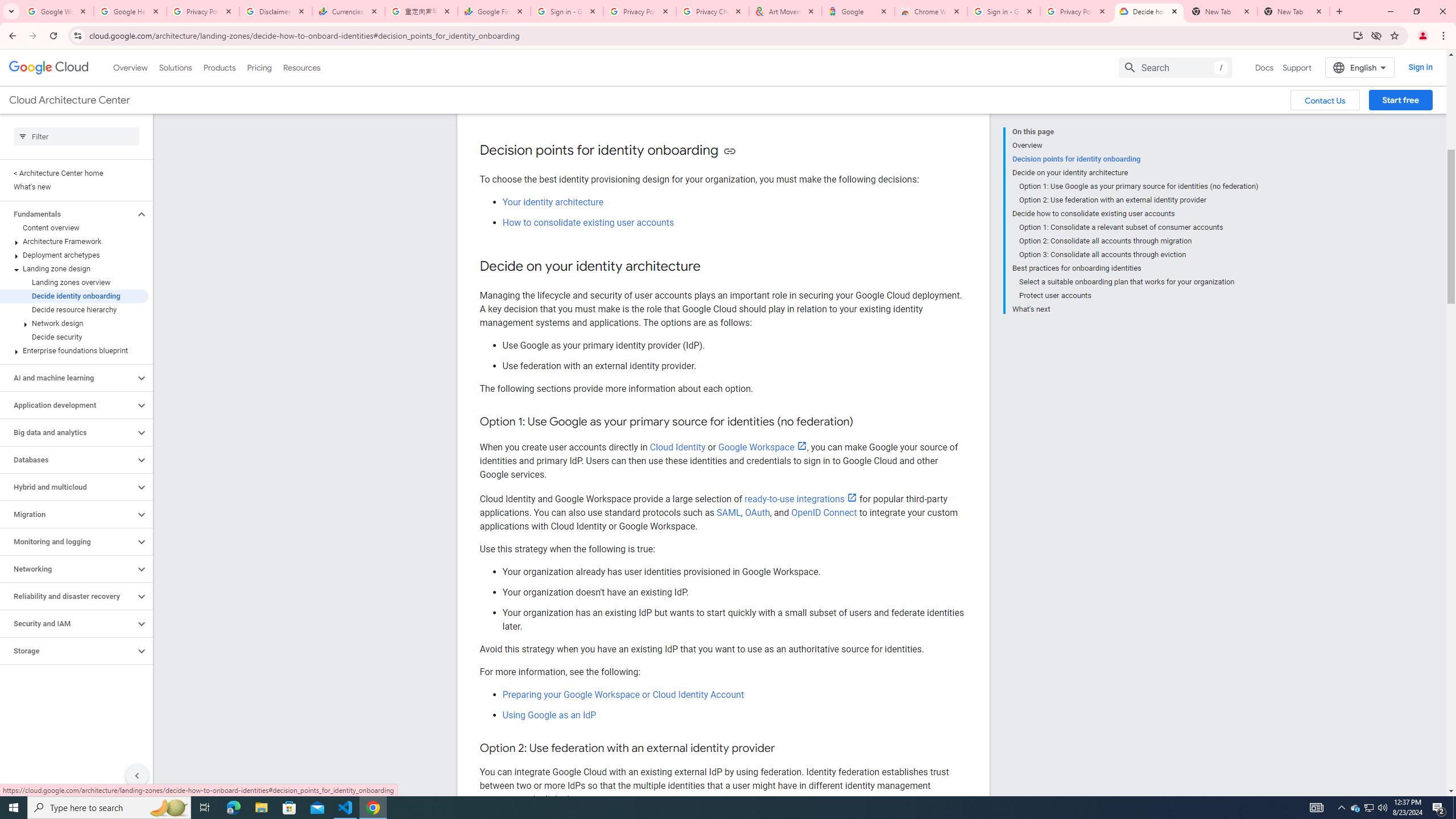  I want to click on 'Chrome Web Store - Color themes by Chrome', so click(930, 11).